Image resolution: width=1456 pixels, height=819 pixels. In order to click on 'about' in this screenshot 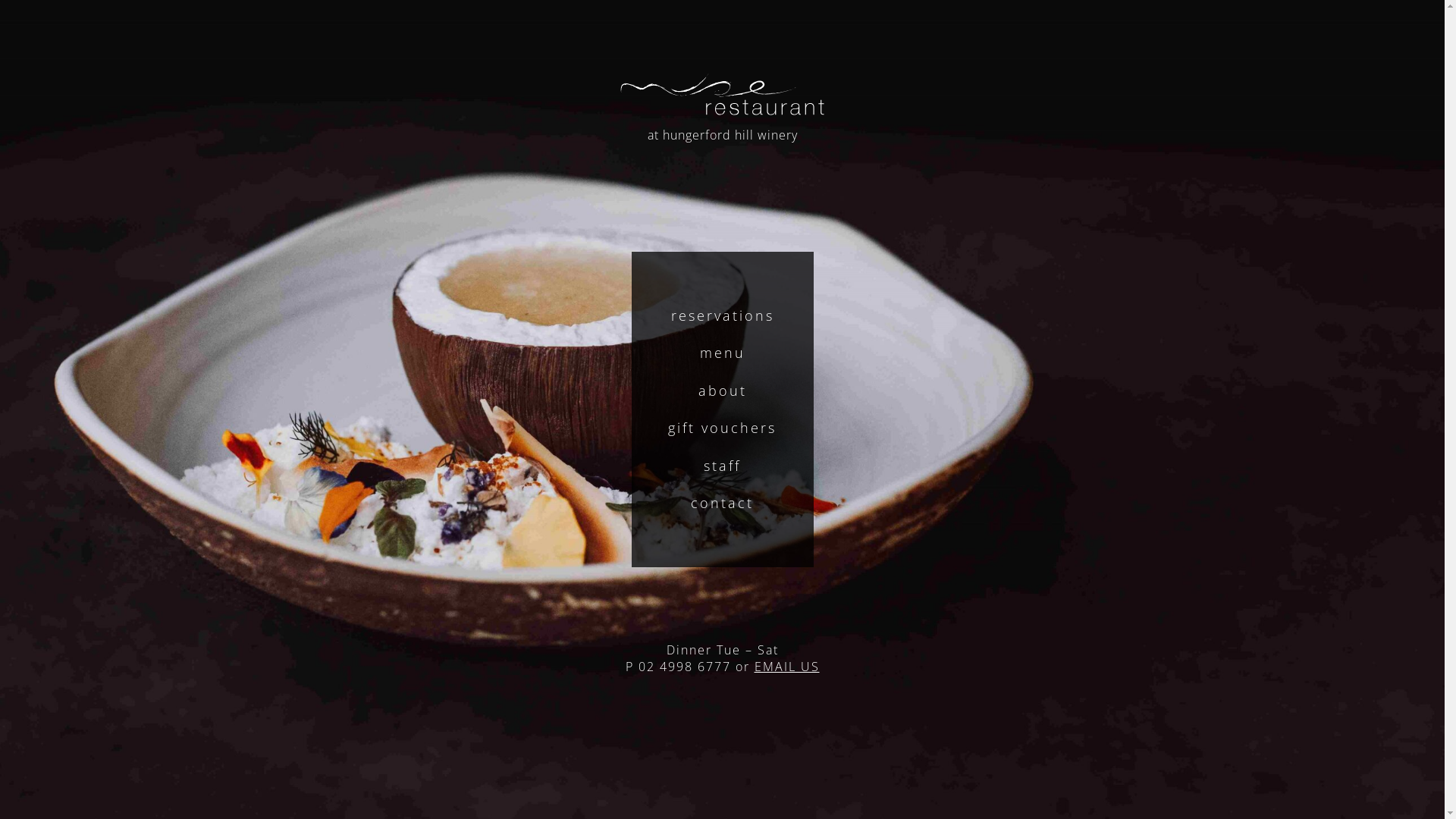, I will do `click(720, 390)`.